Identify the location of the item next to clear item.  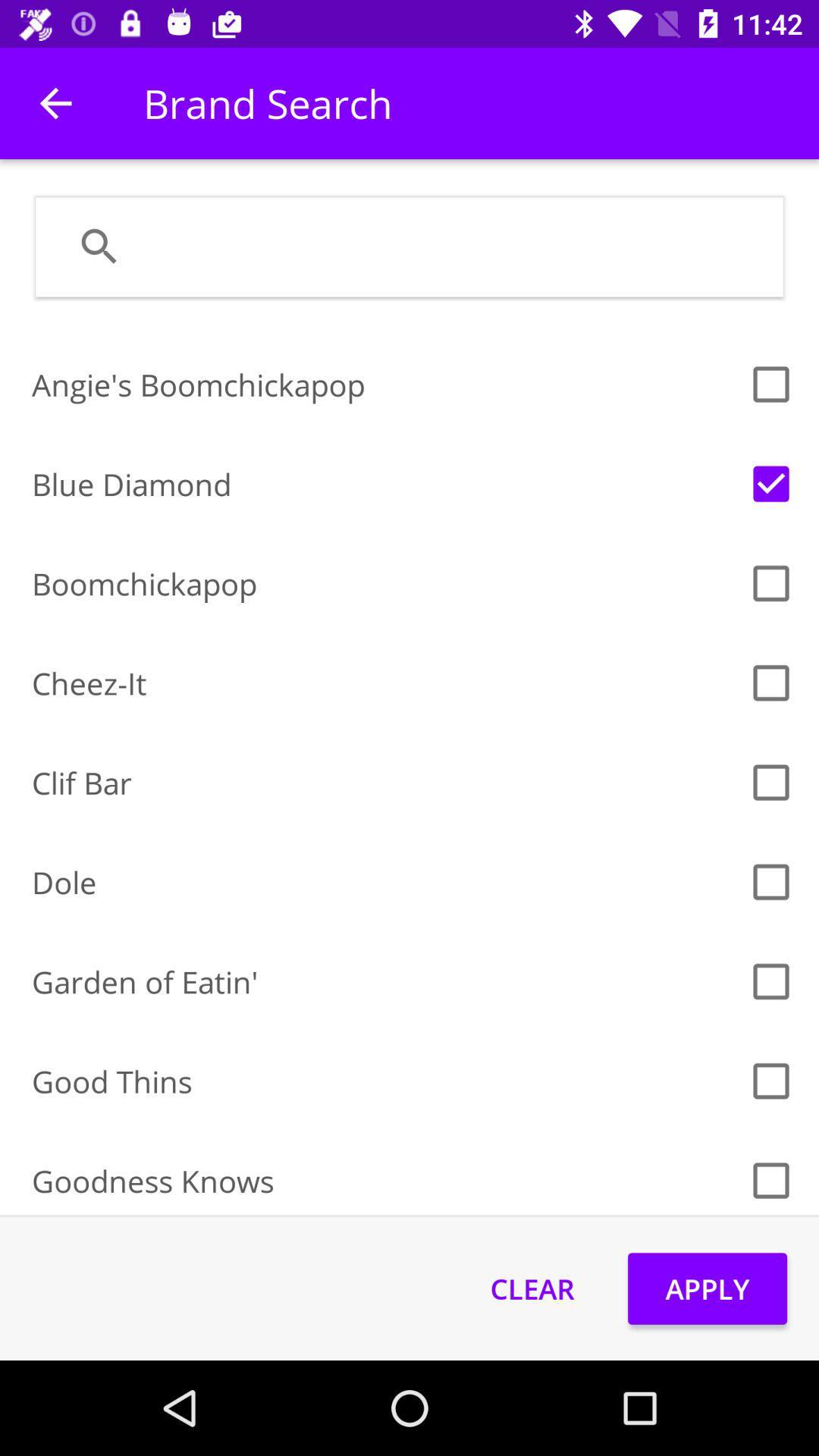
(708, 1288).